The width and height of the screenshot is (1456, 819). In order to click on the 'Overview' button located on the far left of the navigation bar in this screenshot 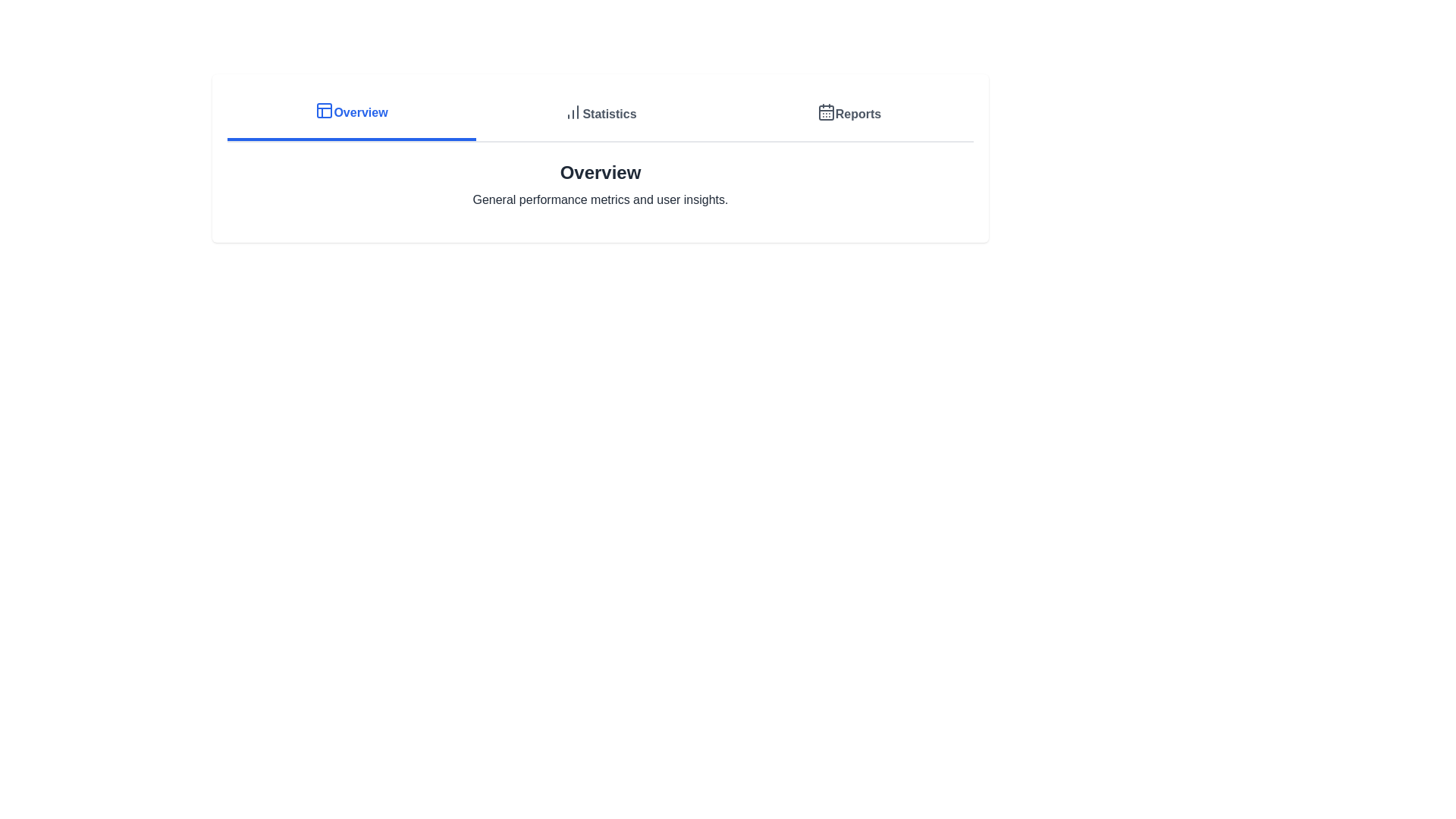, I will do `click(351, 114)`.